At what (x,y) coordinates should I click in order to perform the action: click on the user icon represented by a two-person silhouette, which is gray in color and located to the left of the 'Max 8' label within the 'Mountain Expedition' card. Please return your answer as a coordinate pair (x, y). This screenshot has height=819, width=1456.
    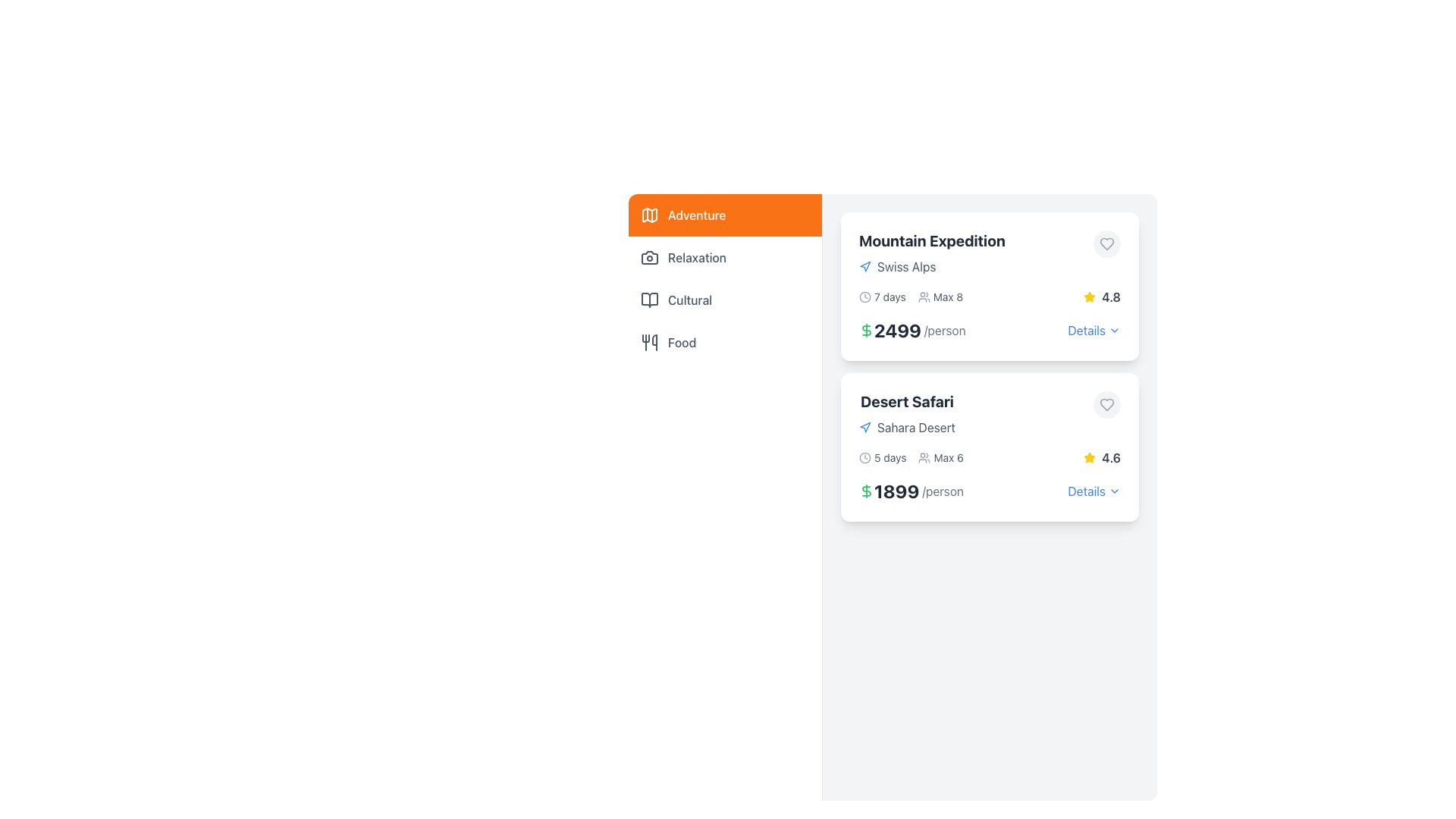
    Looking at the image, I should click on (923, 297).